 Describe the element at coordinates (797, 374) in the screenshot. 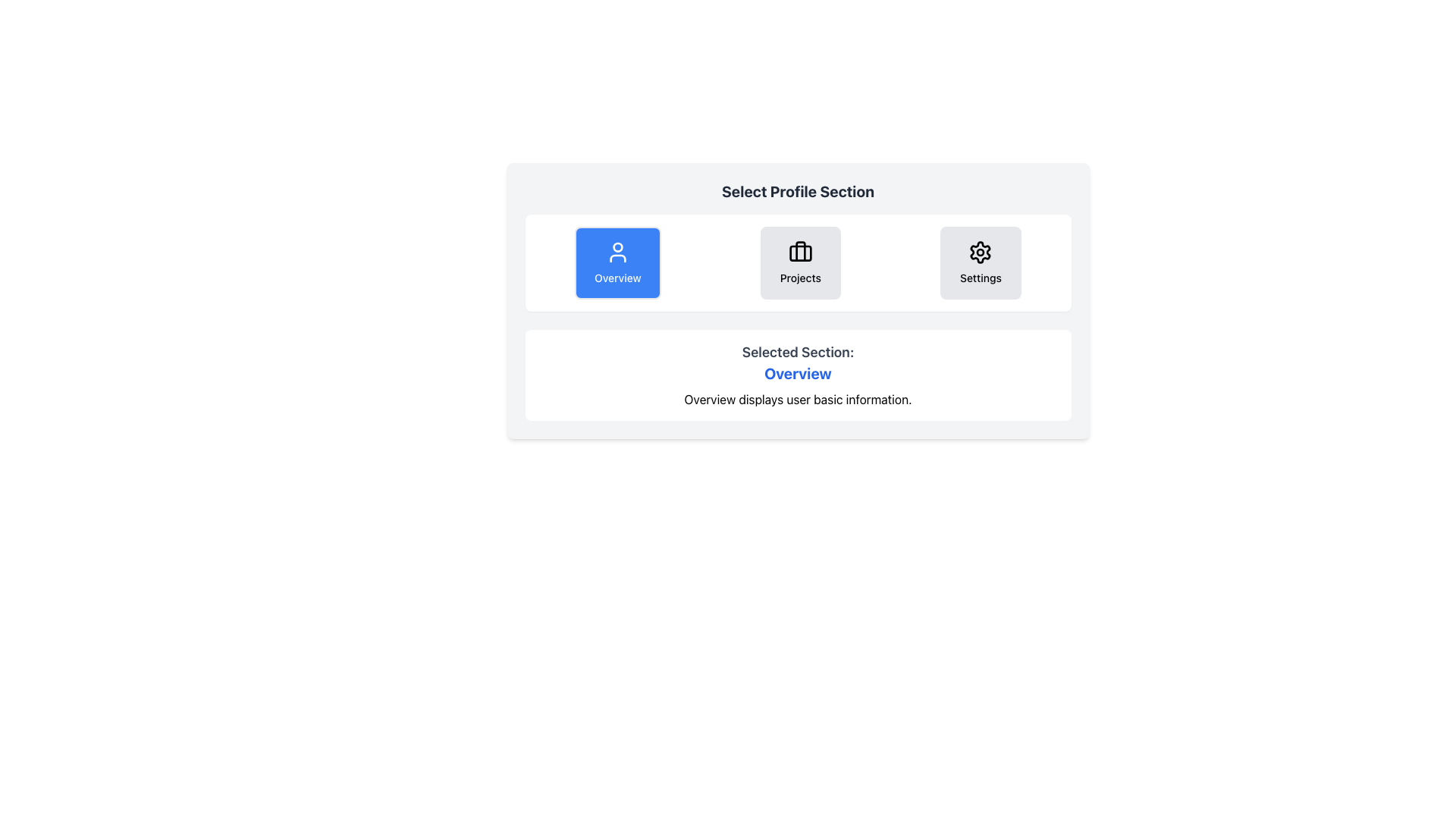

I see `the heading label indicating the selected profile section, which is positioned below 'Selected Section:' and above descriptive text, providing clarity about the active content` at that location.